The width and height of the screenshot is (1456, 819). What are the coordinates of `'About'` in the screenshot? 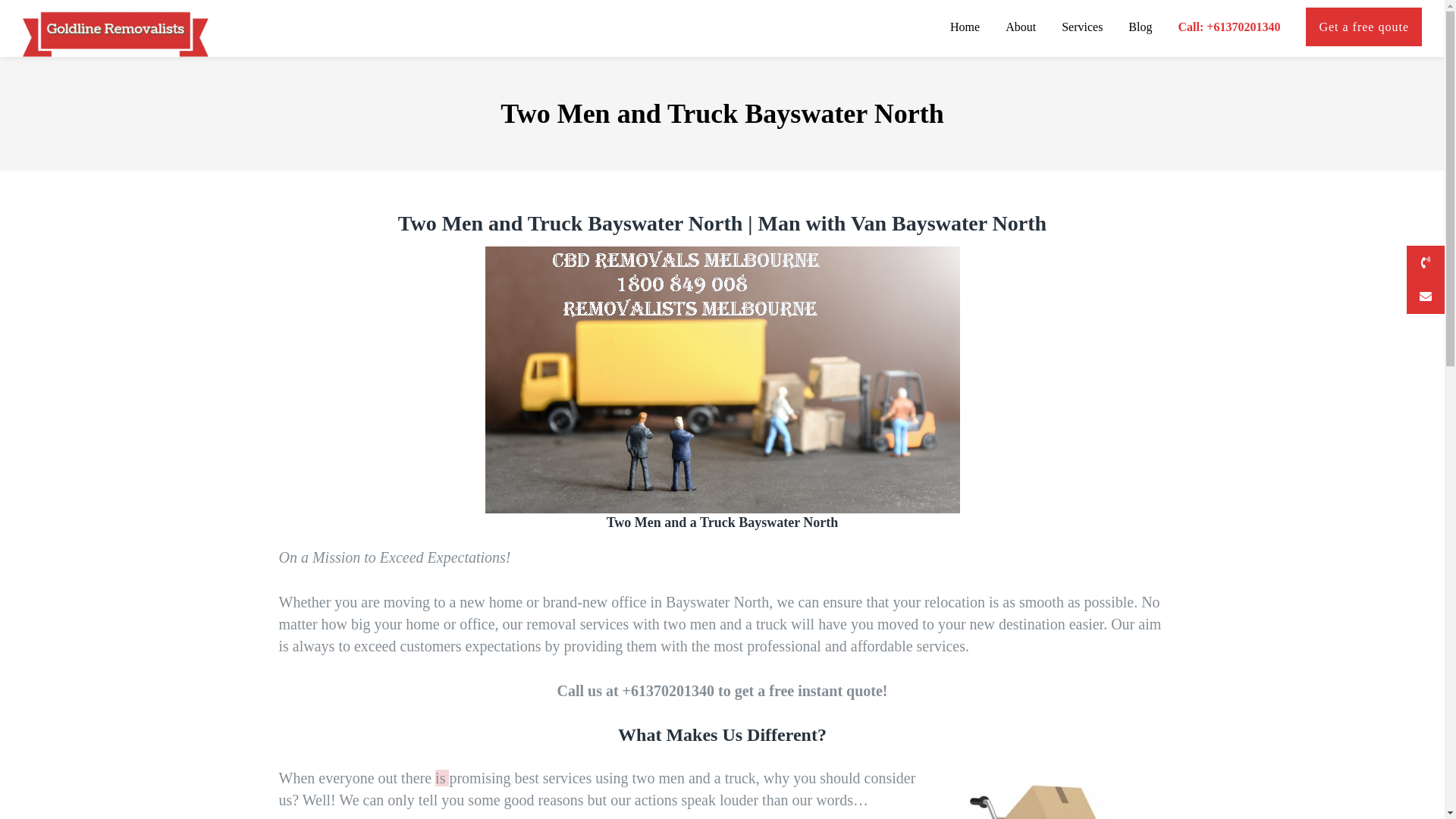 It's located at (996, 28).